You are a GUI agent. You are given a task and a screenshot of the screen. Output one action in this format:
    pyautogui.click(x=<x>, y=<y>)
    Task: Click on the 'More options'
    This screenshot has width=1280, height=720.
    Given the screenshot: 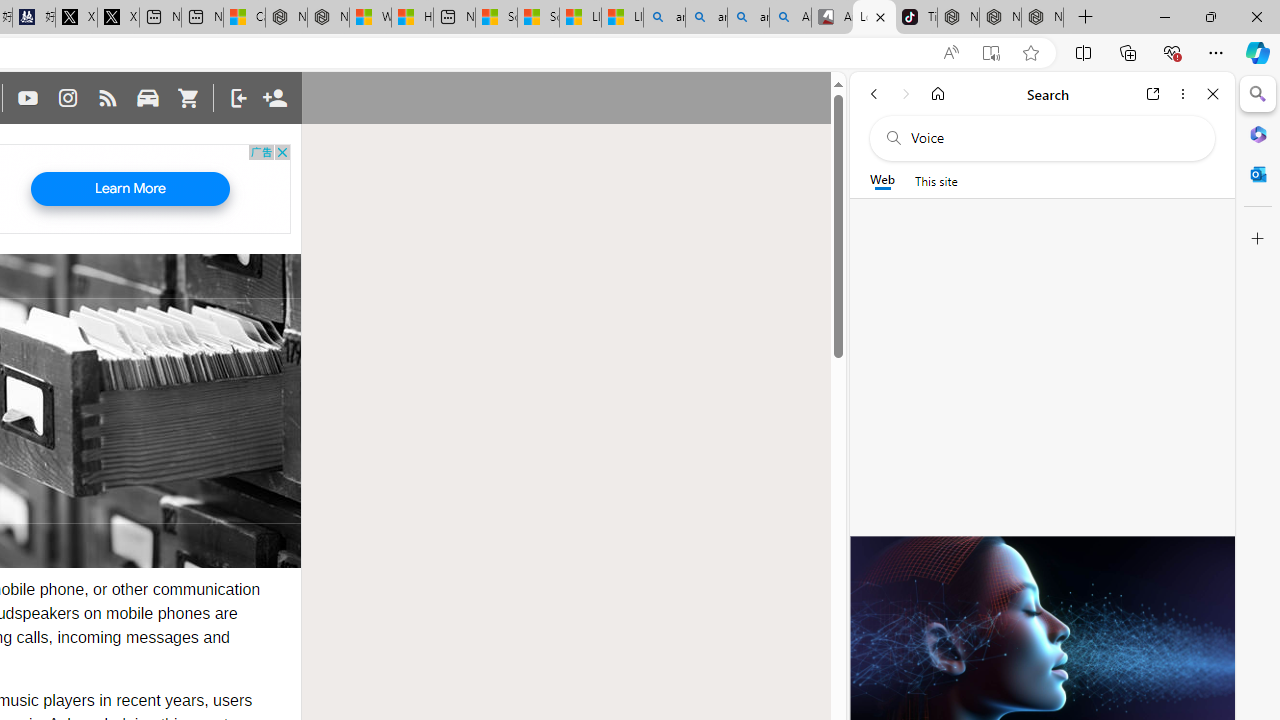 What is the action you would take?
    pyautogui.click(x=1182, y=93)
    